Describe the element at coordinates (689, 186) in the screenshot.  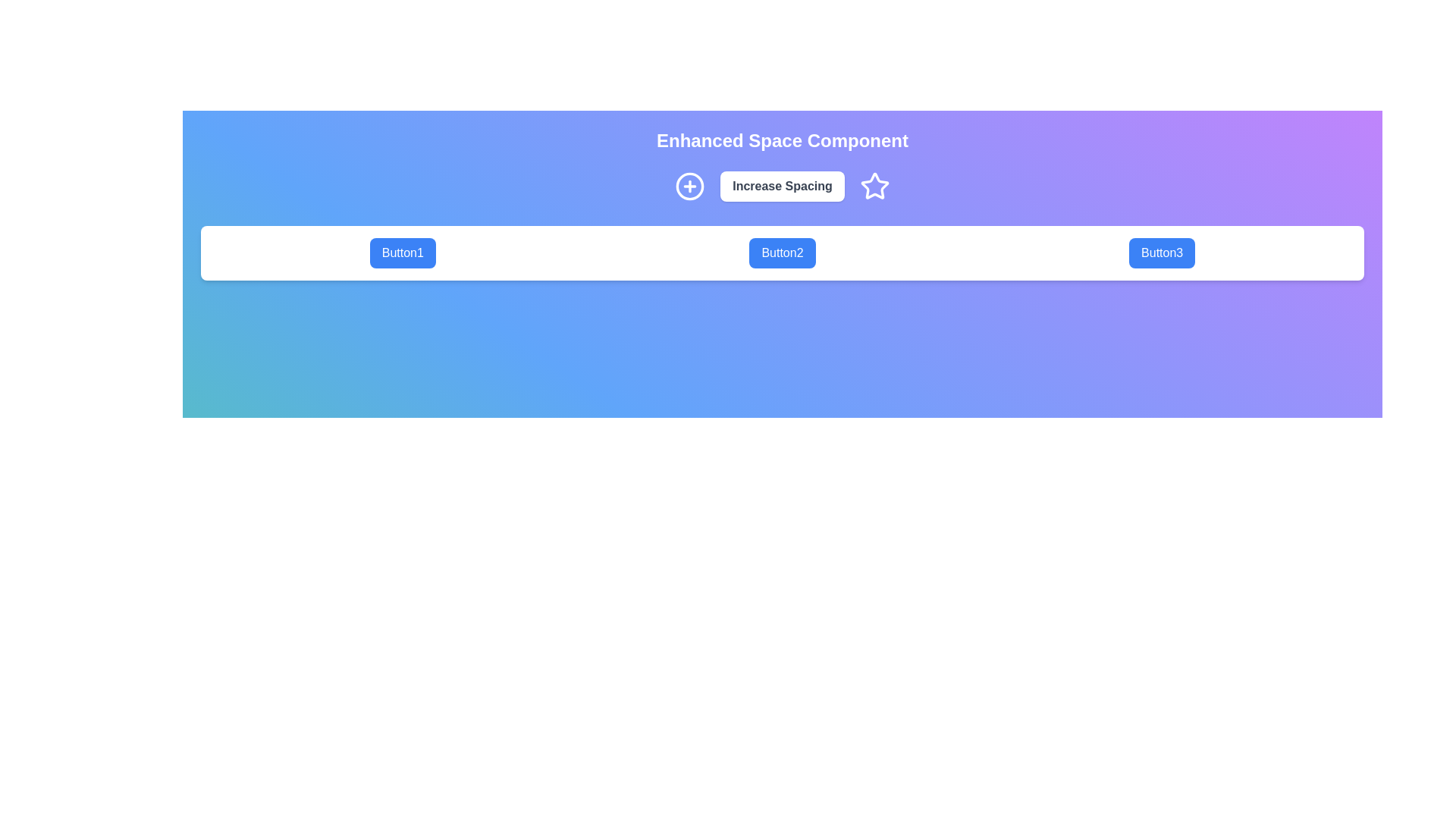
I see `the circular '+' icon button with a white outline` at that location.